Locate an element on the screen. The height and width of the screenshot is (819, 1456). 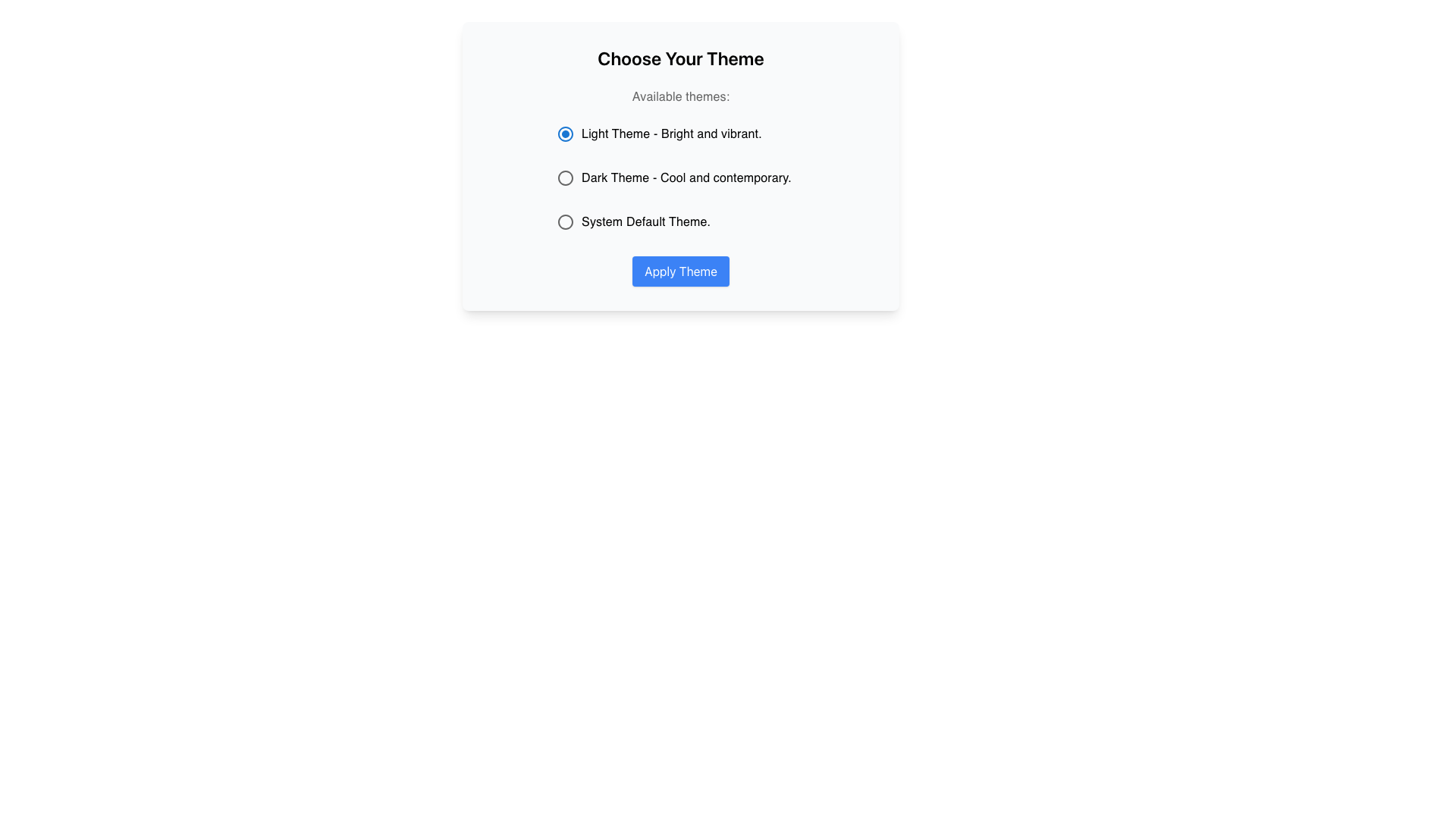
the 'Dark Theme' radio button is located at coordinates (565, 177).